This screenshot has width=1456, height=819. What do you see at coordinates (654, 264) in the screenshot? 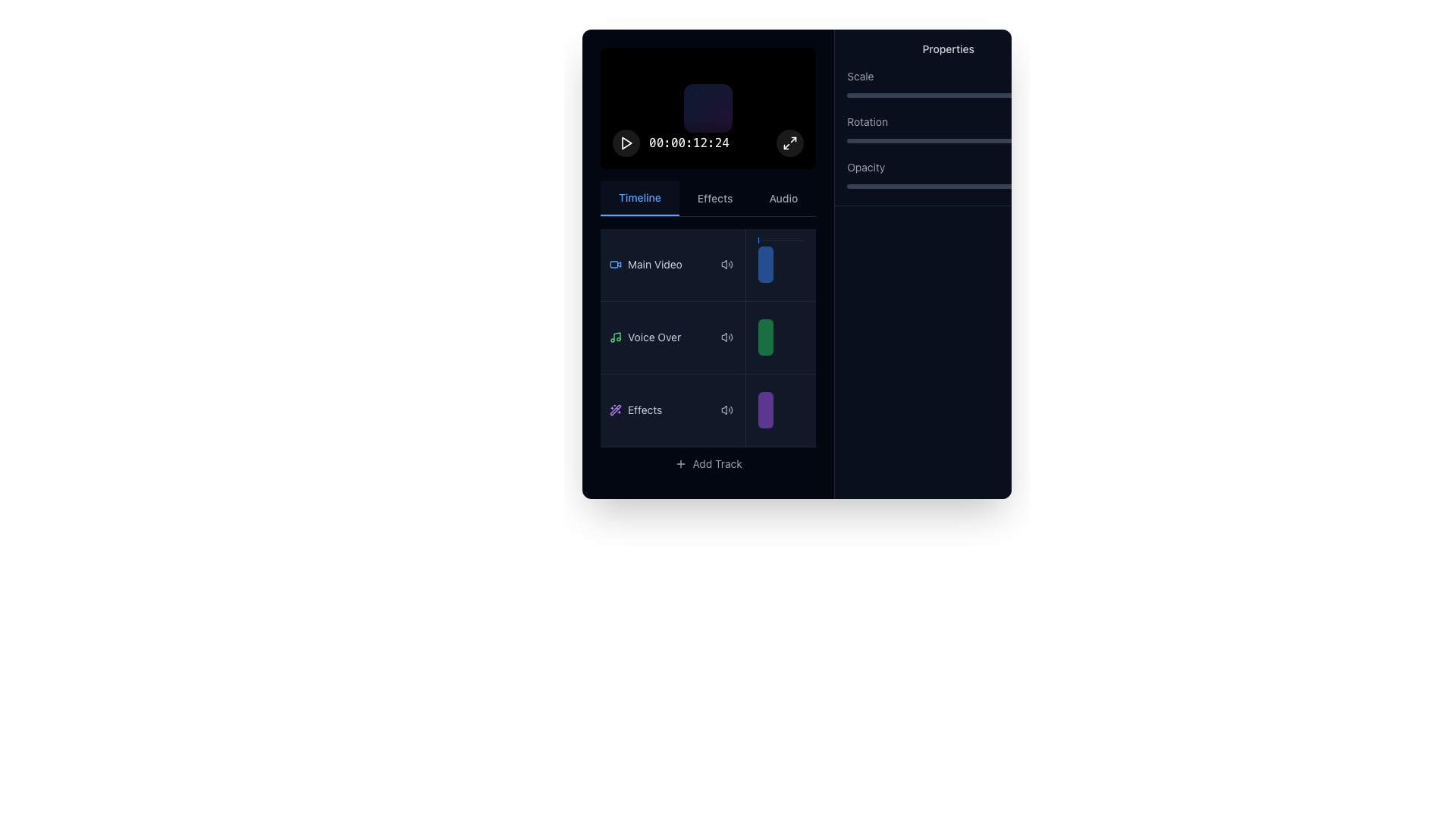
I see `the 'Main Video' text label in the timeline section, which is located in the left pane and aligned to the right of a blue video icon` at bounding box center [654, 264].